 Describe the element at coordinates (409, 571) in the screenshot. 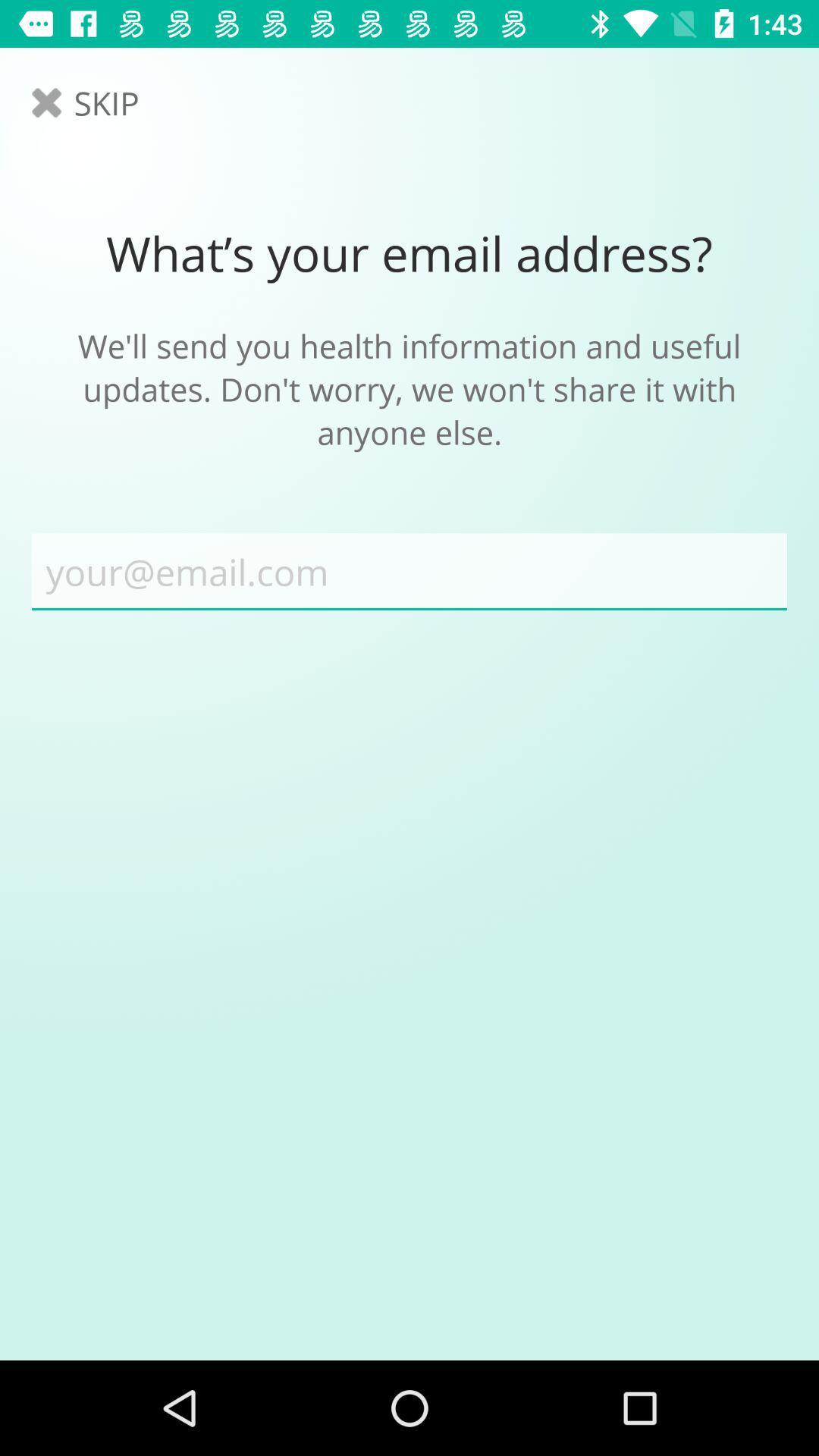

I see `icon at the center` at that location.